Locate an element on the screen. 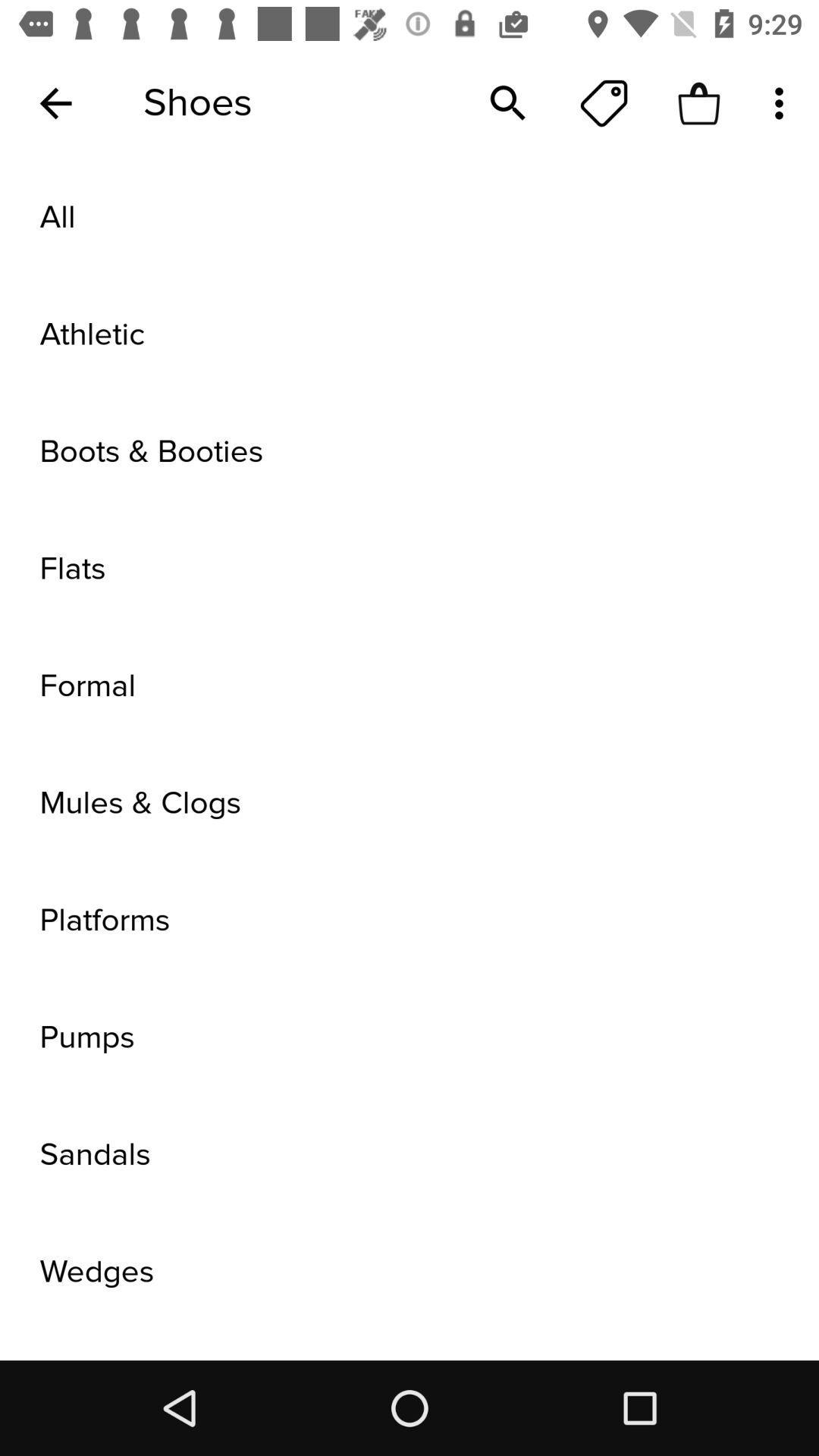 Image resolution: width=819 pixels, height=1456 pixels. icon above the boots & booties is located at coordinates (409, 334).